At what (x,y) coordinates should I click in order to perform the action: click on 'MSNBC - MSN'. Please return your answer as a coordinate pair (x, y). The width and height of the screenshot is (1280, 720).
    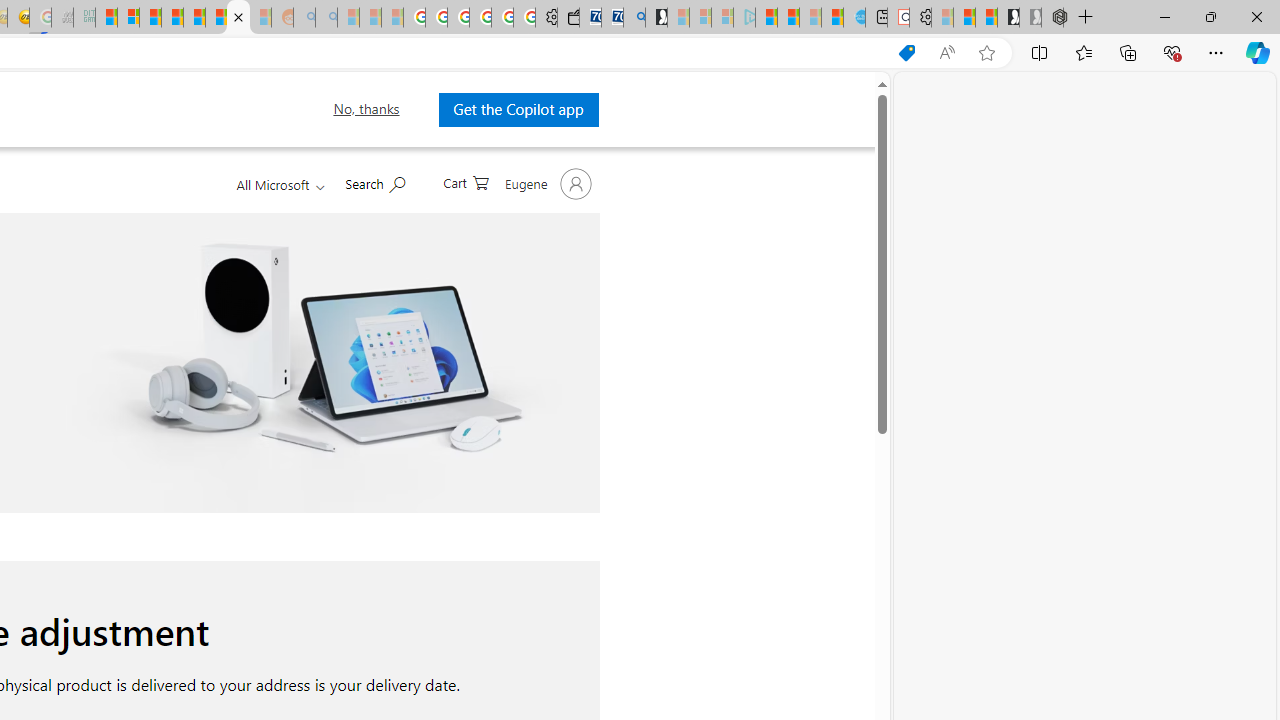
    Looking at the image, I should click on (105, 17).